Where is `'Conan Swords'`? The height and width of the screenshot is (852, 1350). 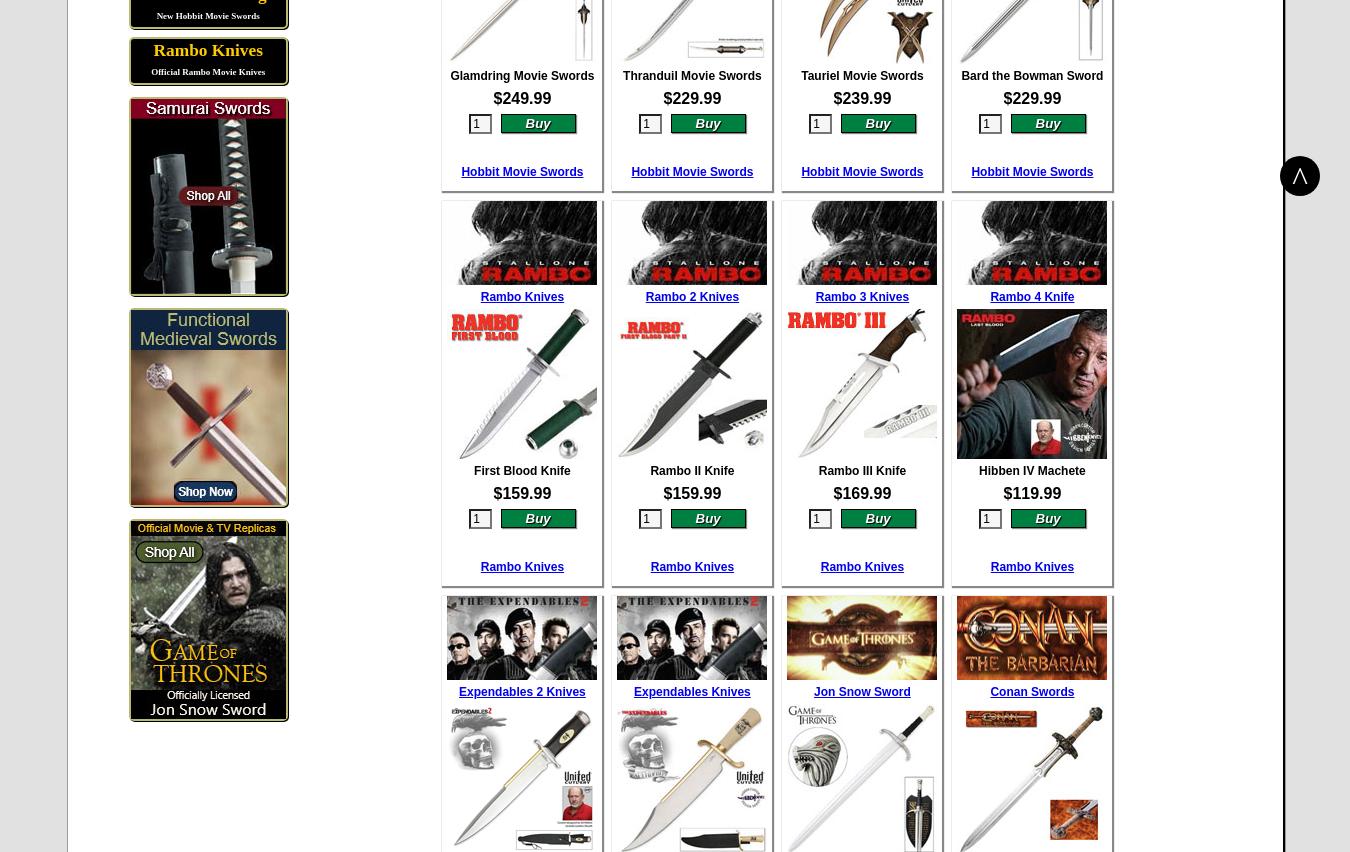
'Conan Swords' is located at coordinates (1031, 690).